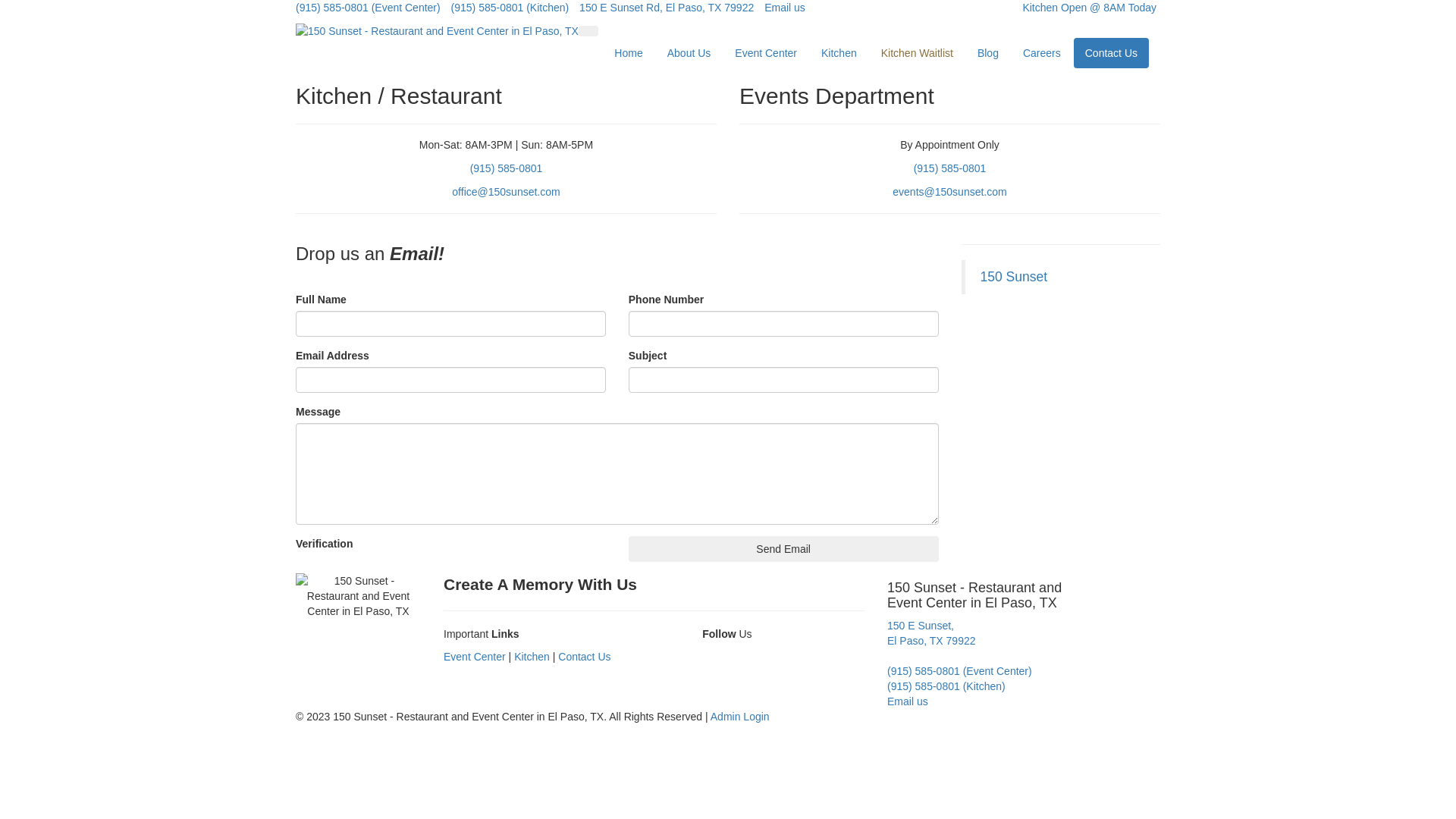  Describe the element at coordinates (930, 632) in the screenshot. I see `'150 E Sunset,` at that location.